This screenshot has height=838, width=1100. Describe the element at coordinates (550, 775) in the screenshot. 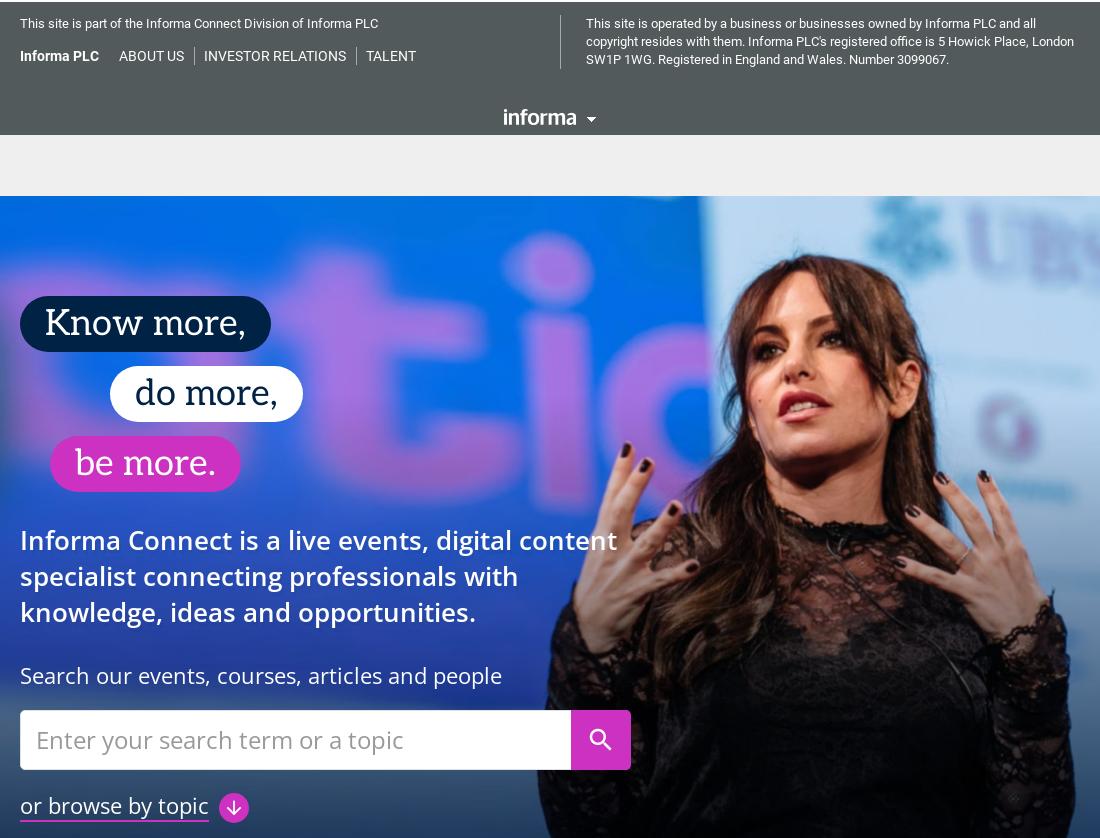

I see `'Browse our events, training, articles and people by topic'` at that location.